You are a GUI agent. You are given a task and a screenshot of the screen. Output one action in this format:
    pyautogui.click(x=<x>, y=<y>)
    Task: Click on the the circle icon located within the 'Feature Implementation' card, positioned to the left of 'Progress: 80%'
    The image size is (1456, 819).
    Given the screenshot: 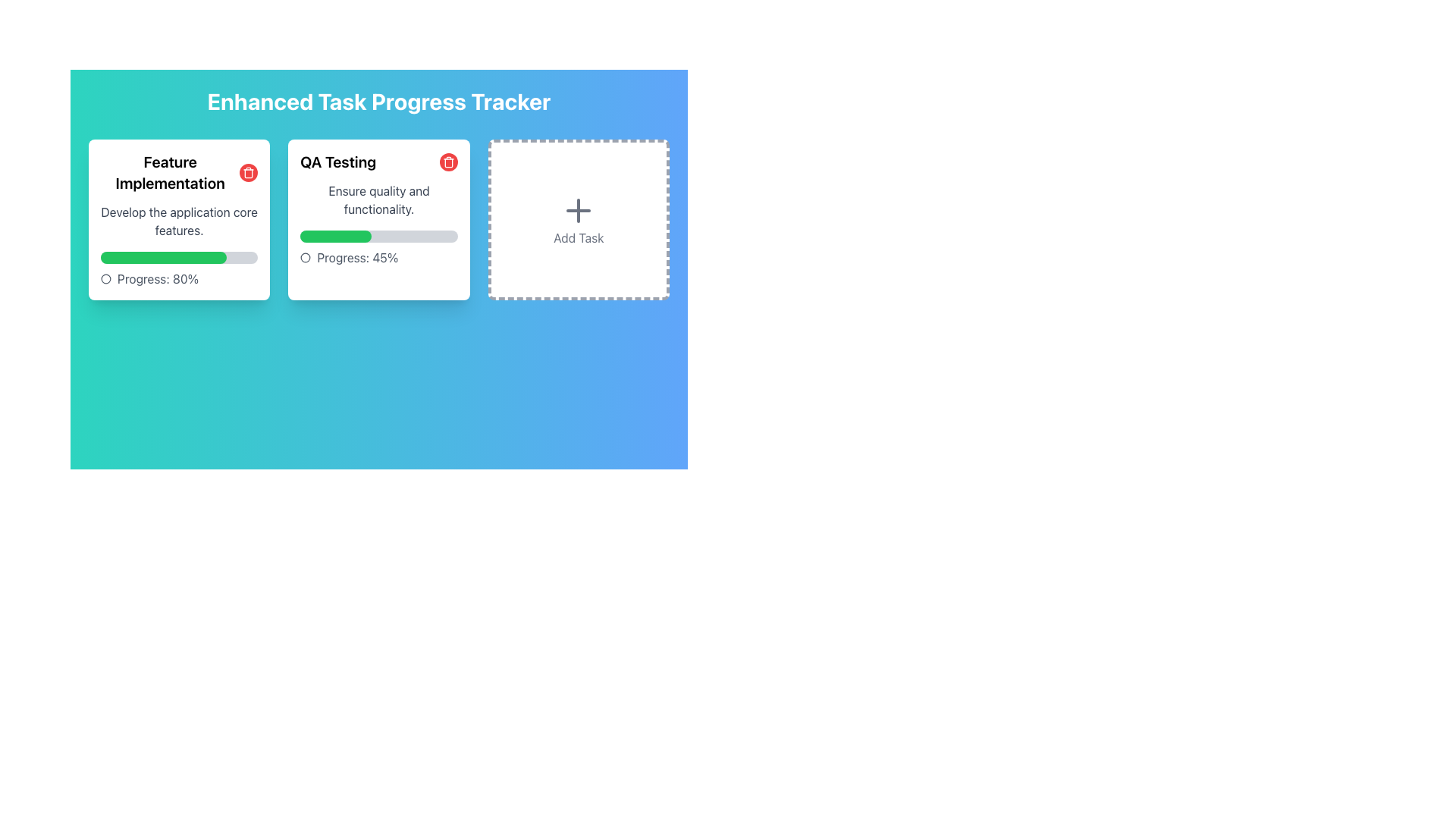 What is the action you would take?
    pyautogui.click(x=105, y=278)
    